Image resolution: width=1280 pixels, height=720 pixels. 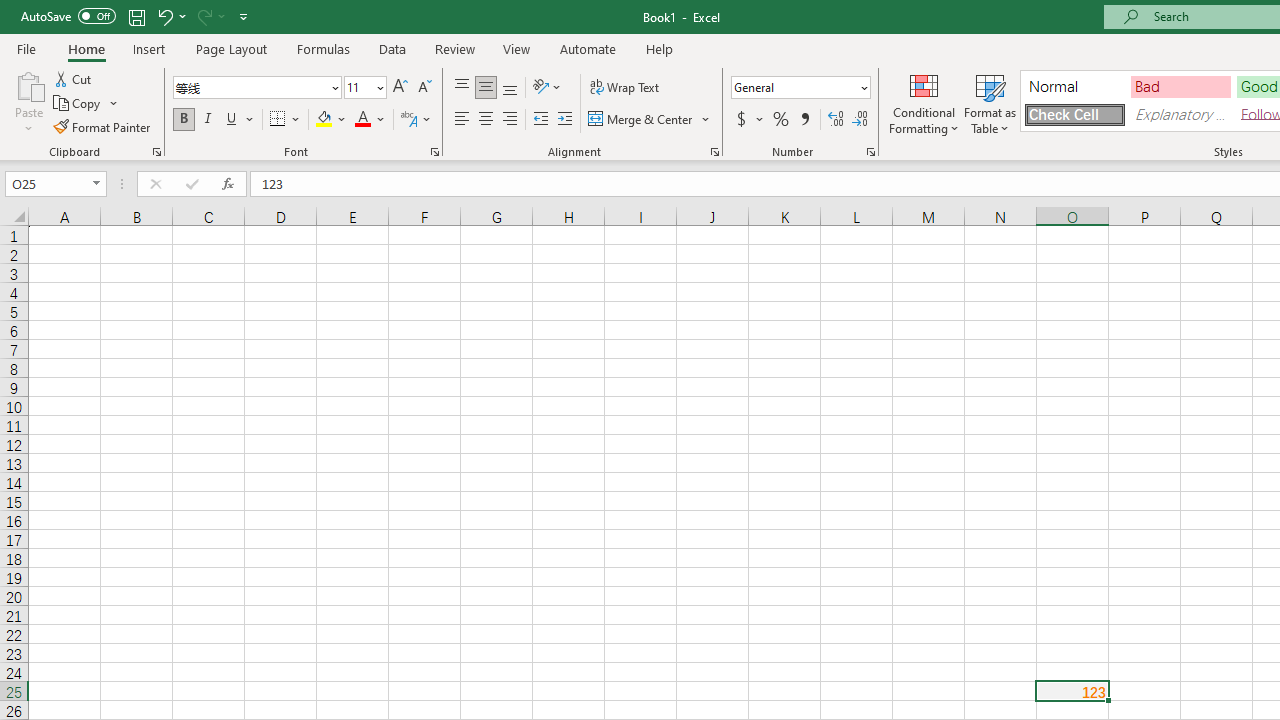 I want to click on 'Font Size', so click(x=359, y=86).